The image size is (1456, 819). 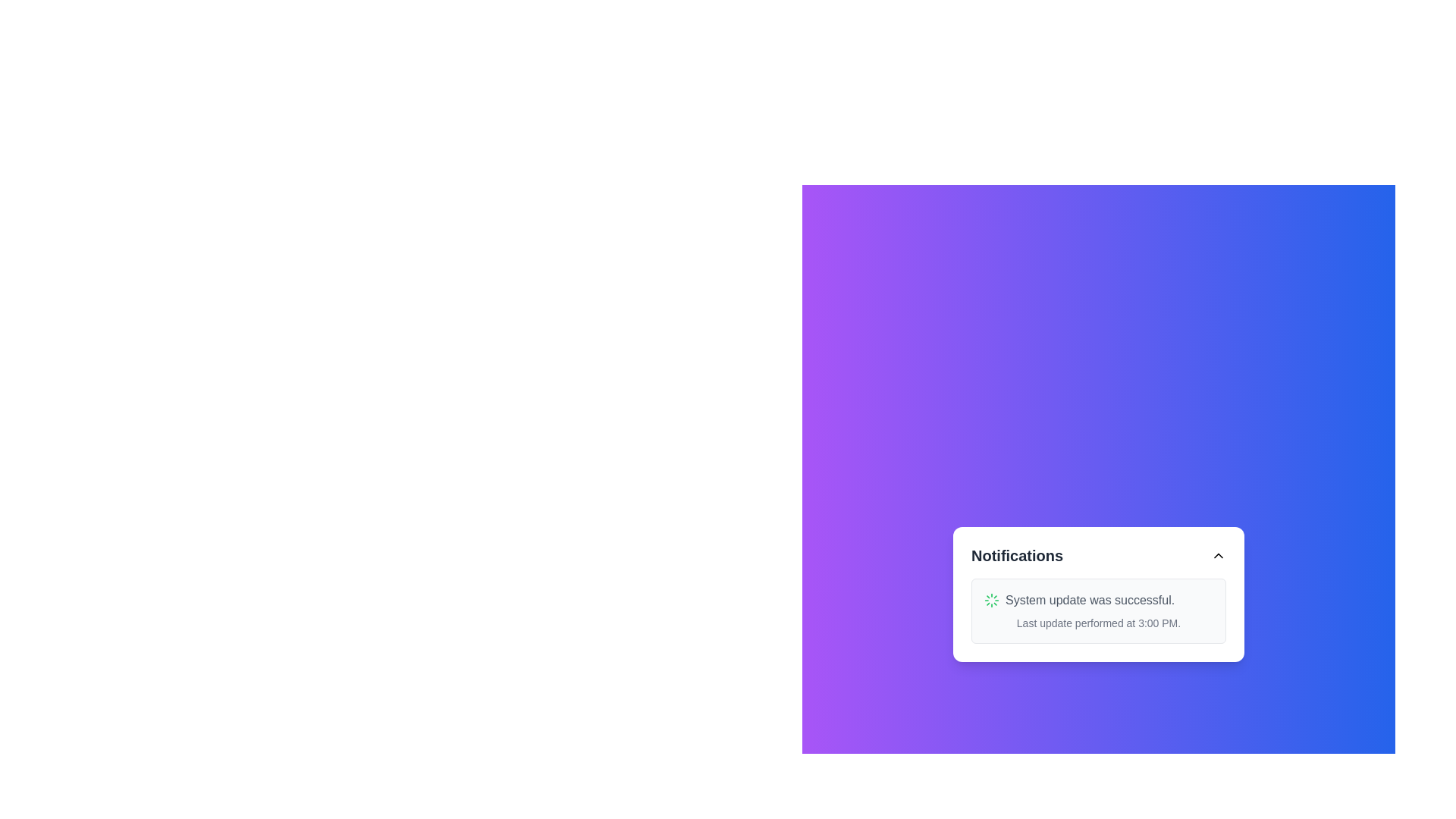 What do you see at coordinates (1099, 623) in the screenshot?
I see `the text label displaying 'Last update performed at 3:00 PM.' which is styled with a gray font color and located within the notification card below the primary message 'System update was successful.'` at bounding box center [1099, 623].